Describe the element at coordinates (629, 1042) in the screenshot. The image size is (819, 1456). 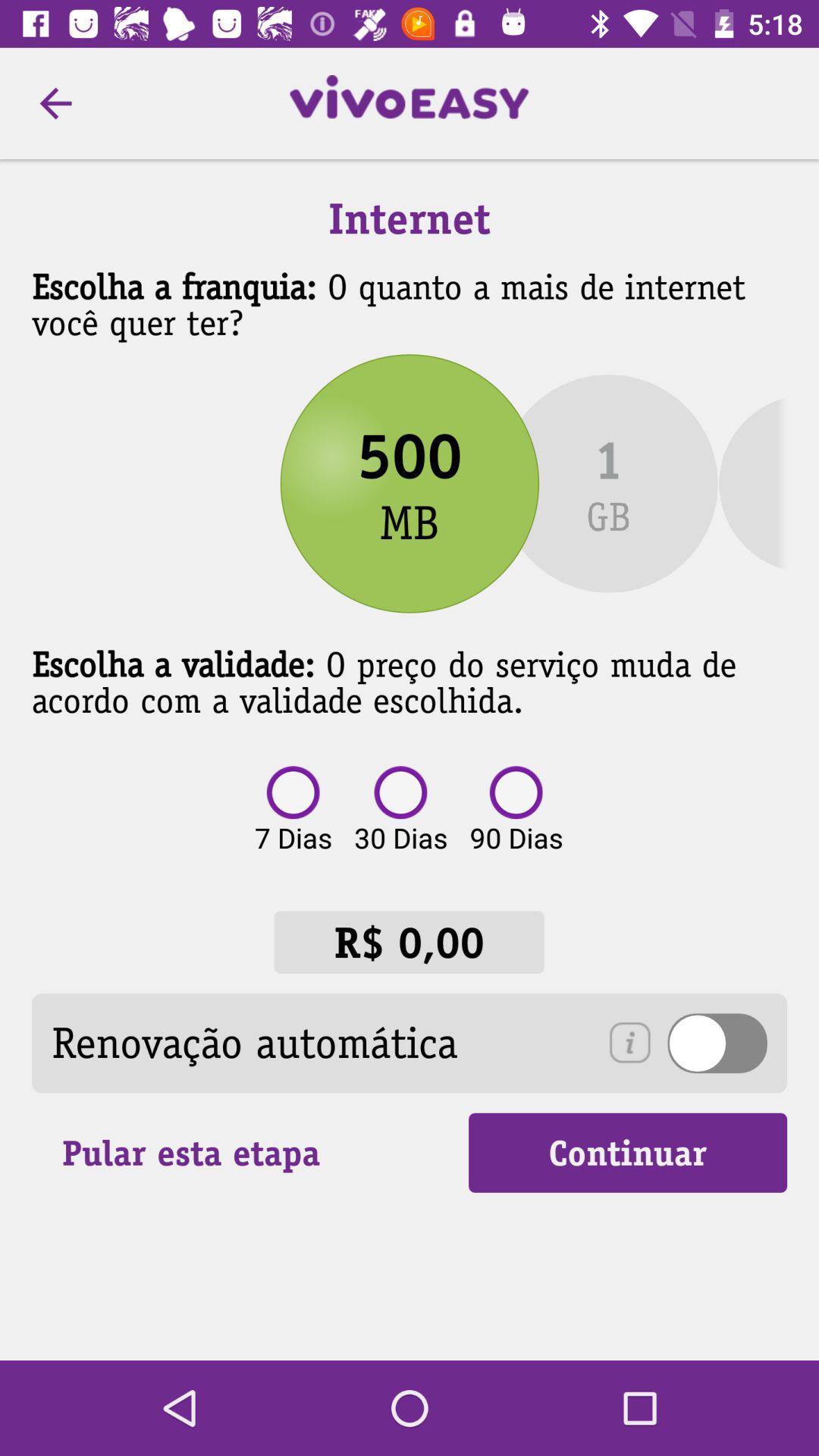
I see `the info icon` at that location.